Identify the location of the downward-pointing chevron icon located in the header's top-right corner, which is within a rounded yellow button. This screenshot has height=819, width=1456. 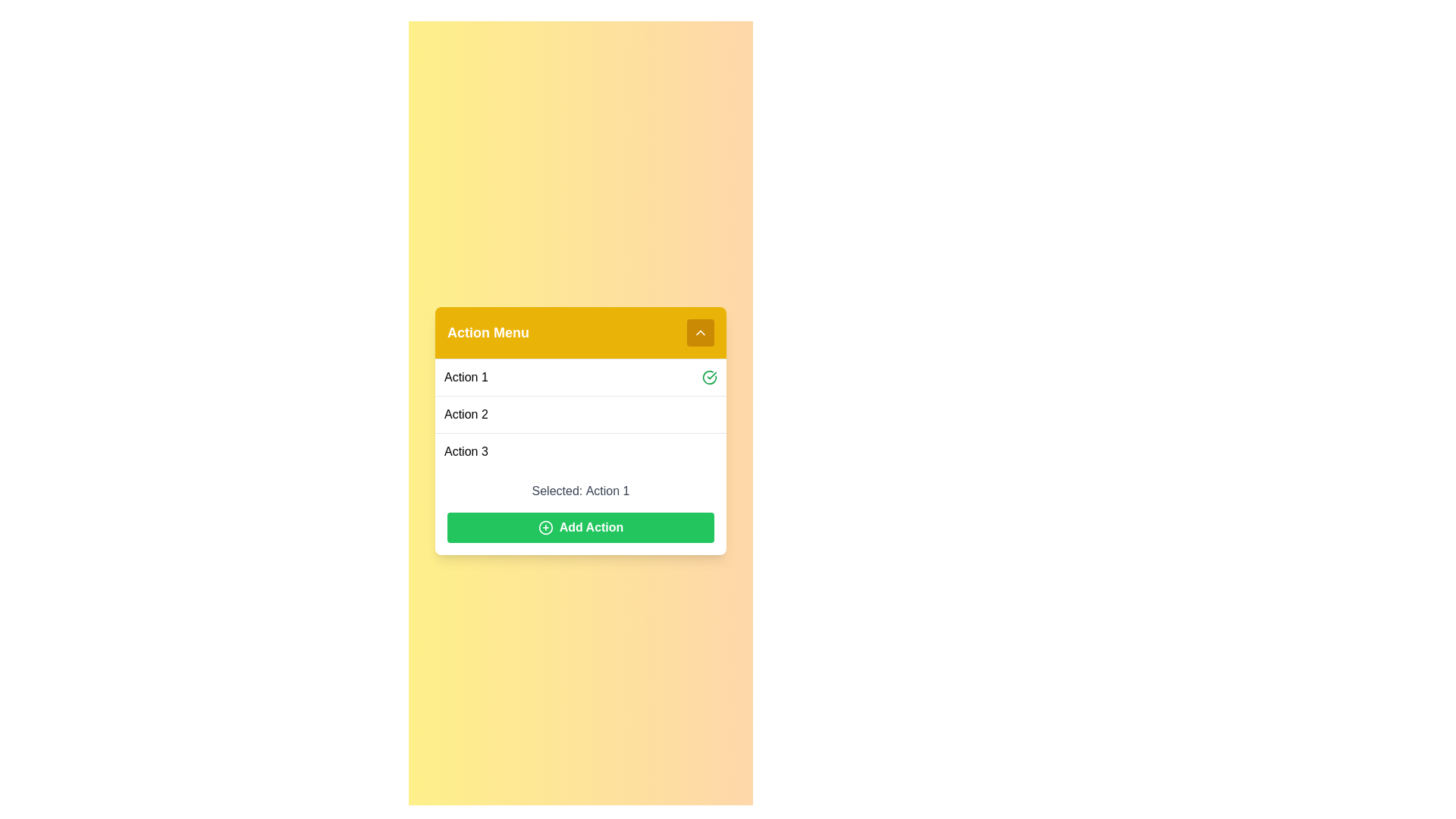
(700, 331).